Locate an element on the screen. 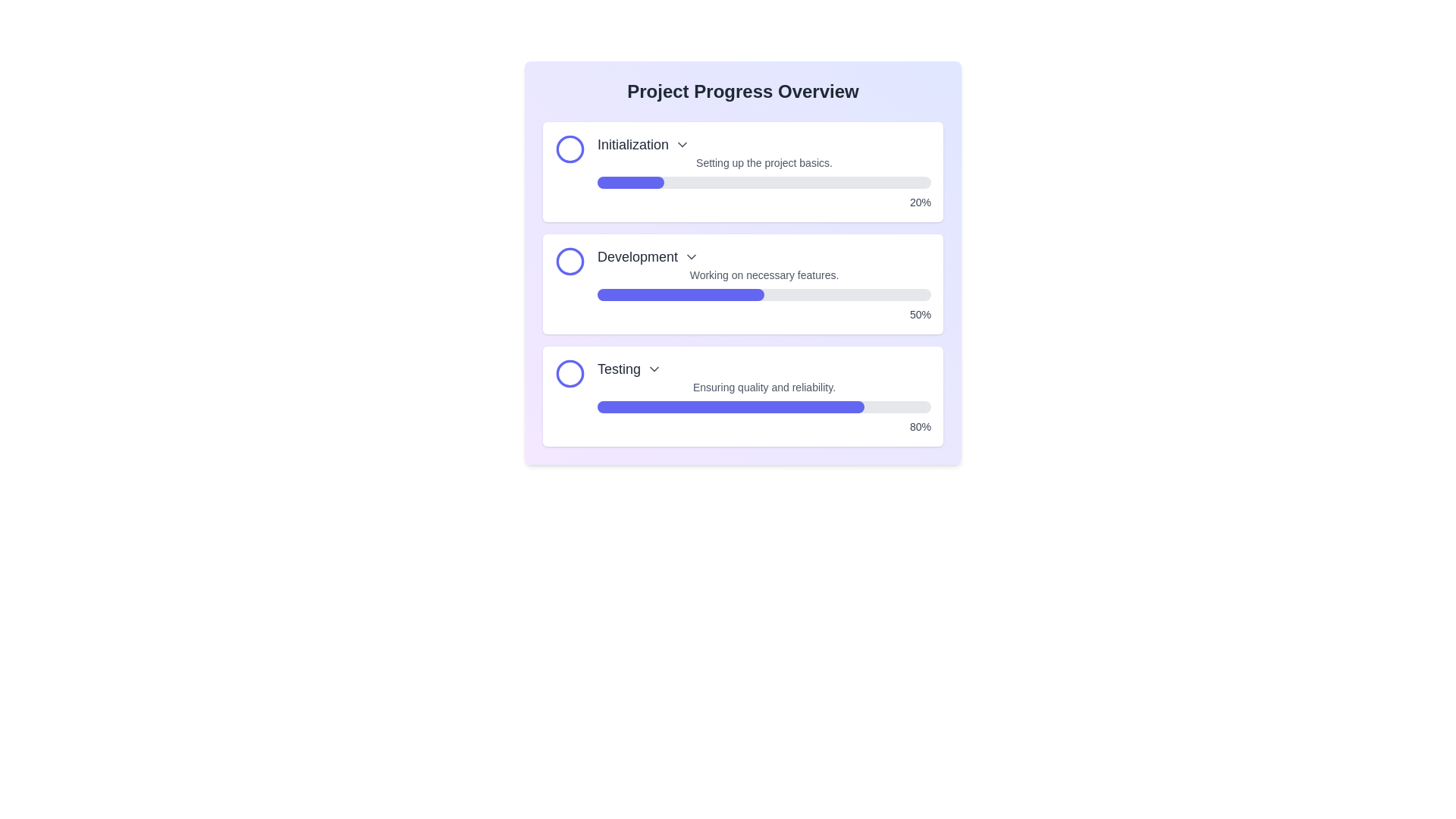 This screenshot has width=1456, height=819. the 'Initialization' static text label, which is styled in a medium font size with dark gray color, centrally aligned at the top of the first progress overview card is located at coordinates (633, 145).